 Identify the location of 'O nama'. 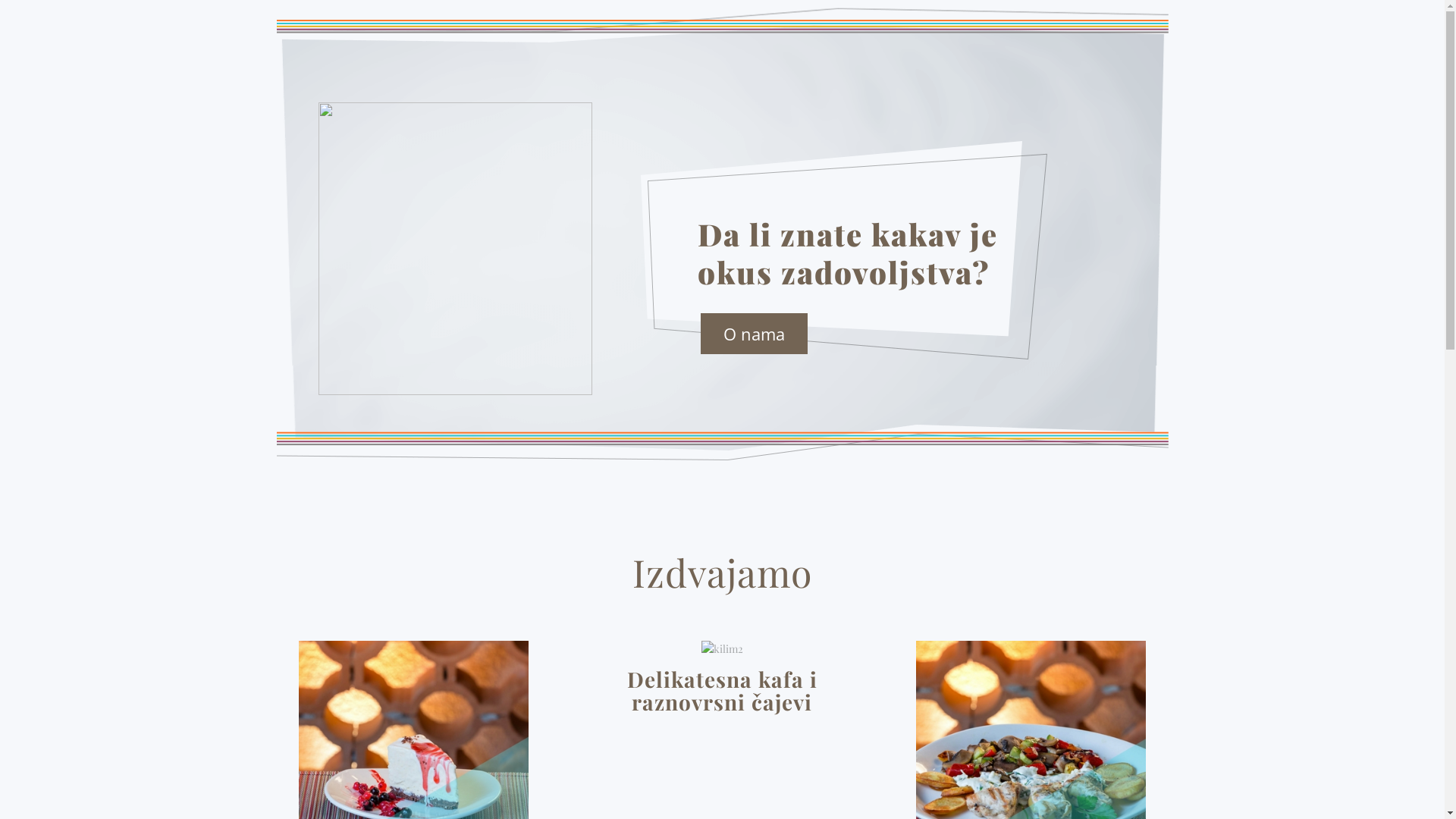
(754, 332).